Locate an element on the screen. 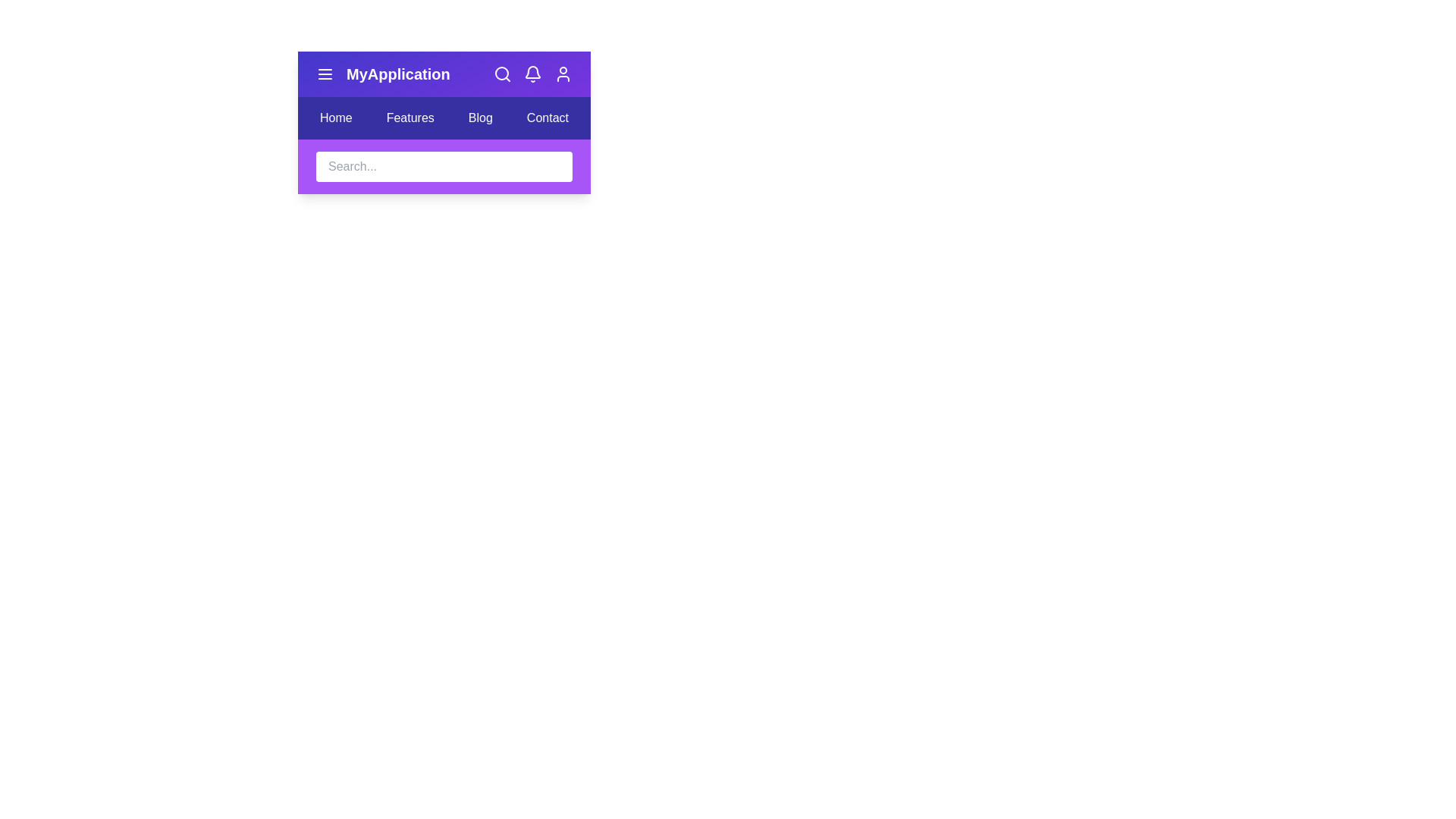 The height and width of the screenshot is (819, 1456). the menu toggle button to toggle the menu visibility is located at coordinates (324, 74).